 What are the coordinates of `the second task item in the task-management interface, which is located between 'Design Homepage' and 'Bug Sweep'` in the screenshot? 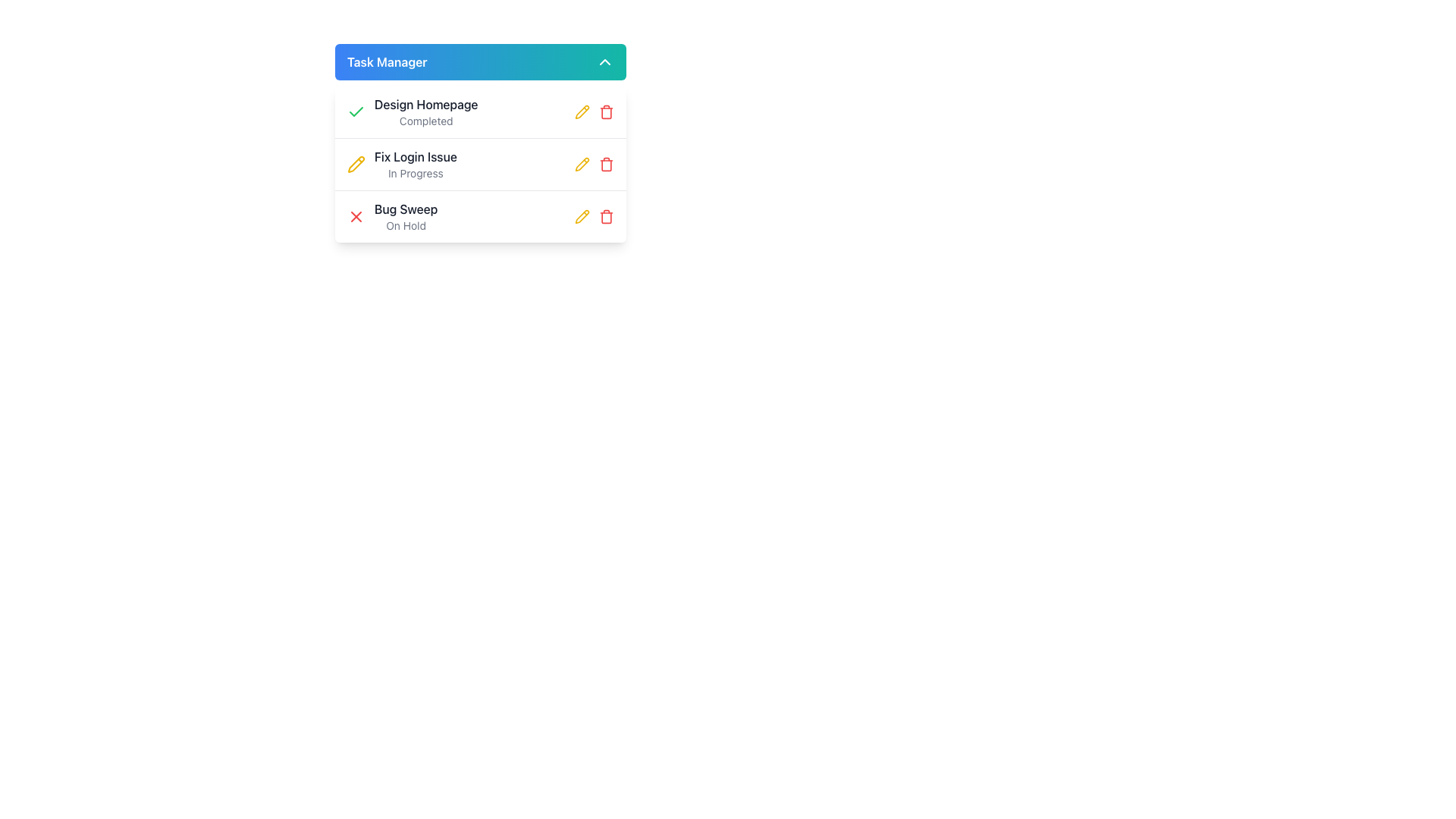 It's located at (402, 164).